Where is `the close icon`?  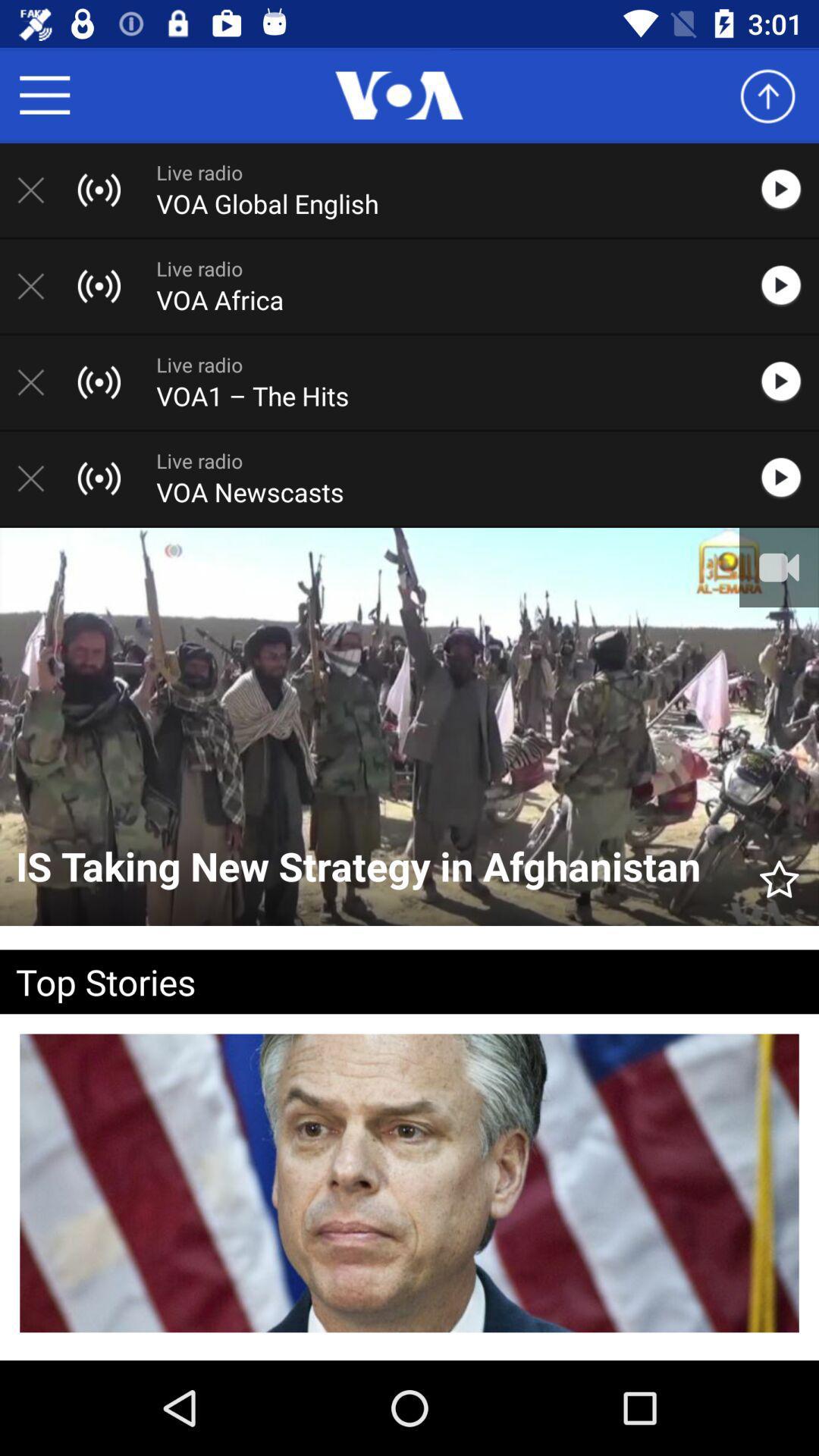
the close icon is located at coordinates (38, 189).